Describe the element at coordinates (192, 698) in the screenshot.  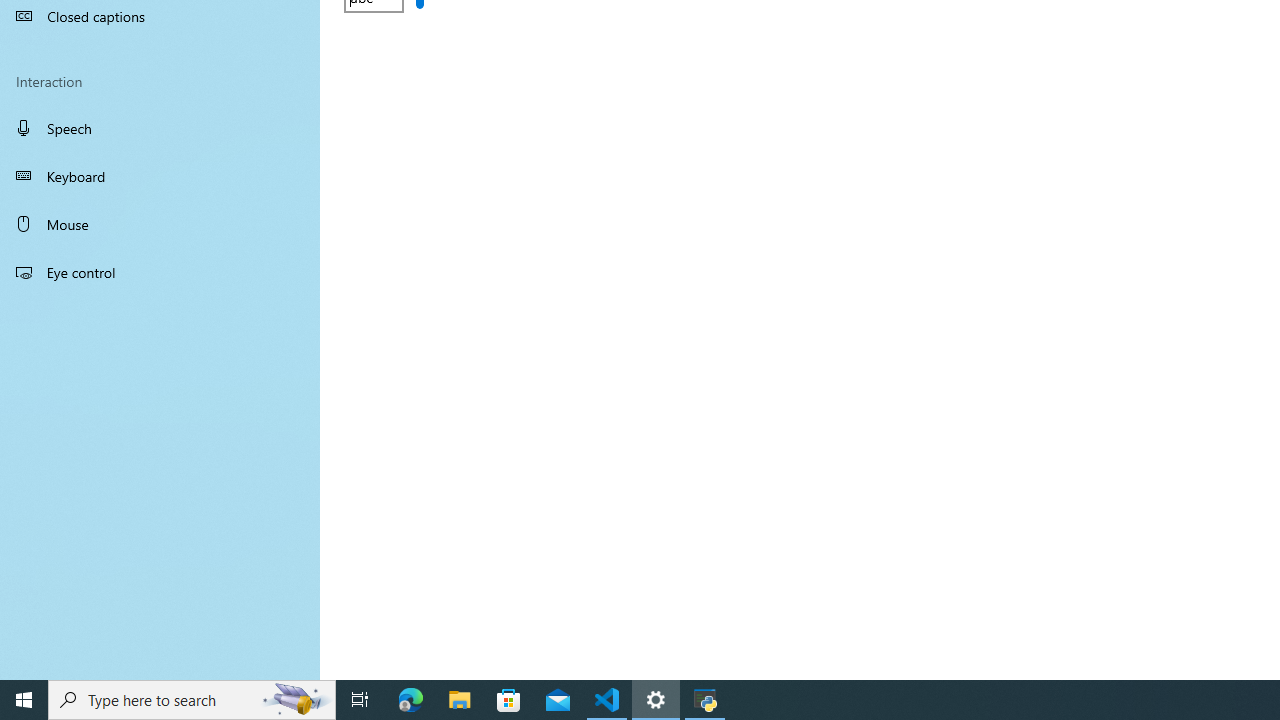
I see `'Type here to search'` at that location.